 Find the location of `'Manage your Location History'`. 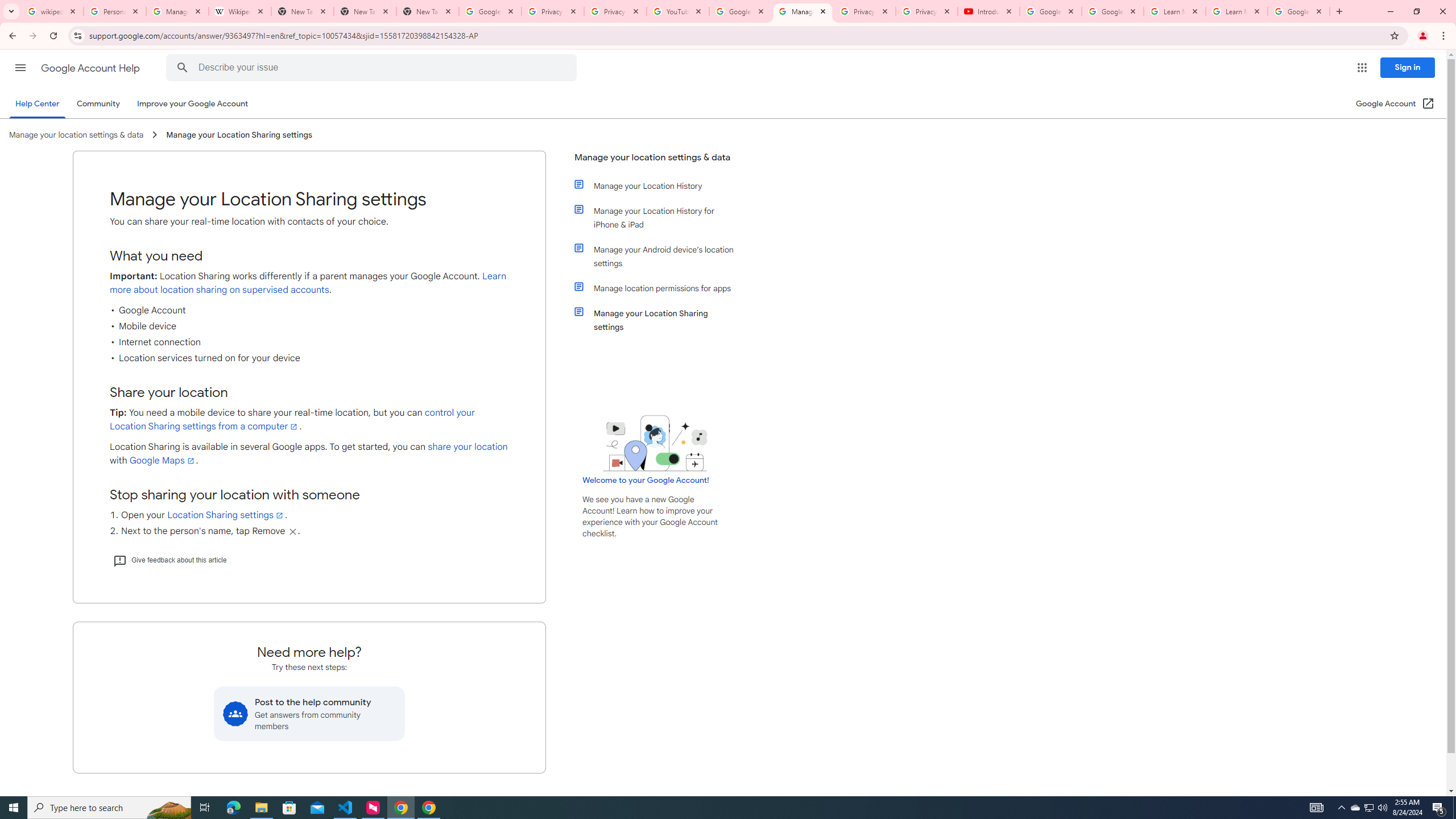

'Manage your Location History' is located at coordinates (661, 185).